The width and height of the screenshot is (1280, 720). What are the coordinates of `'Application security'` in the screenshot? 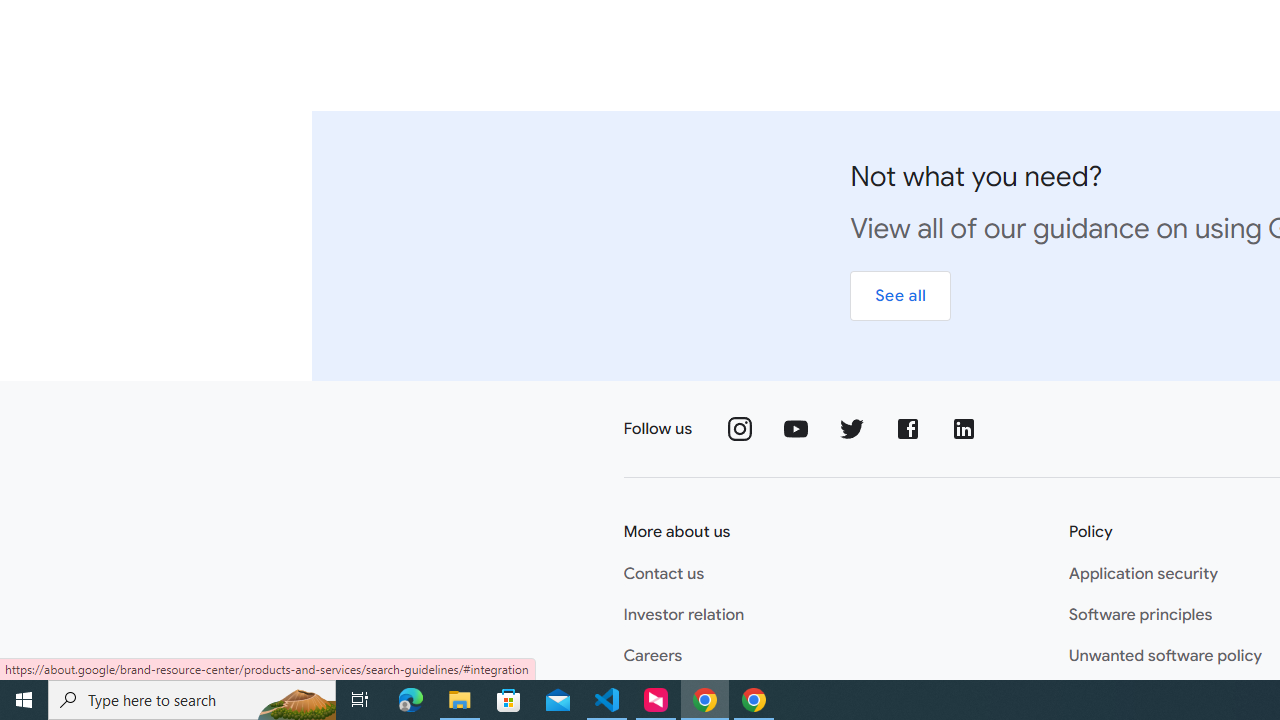 It's located at (1143, 574).